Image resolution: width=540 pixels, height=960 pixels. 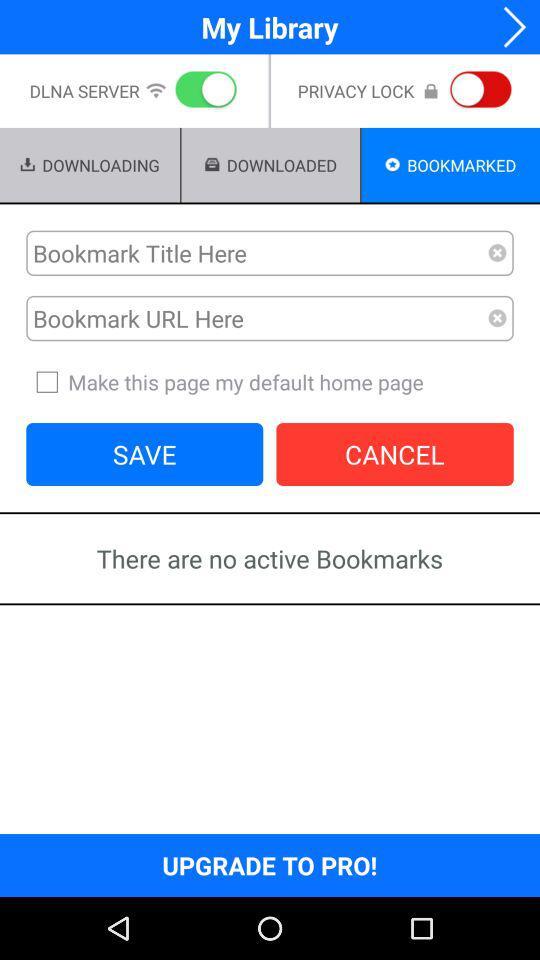 I want to click on the icon to the left of cancel button, so click(x=143, y=454).